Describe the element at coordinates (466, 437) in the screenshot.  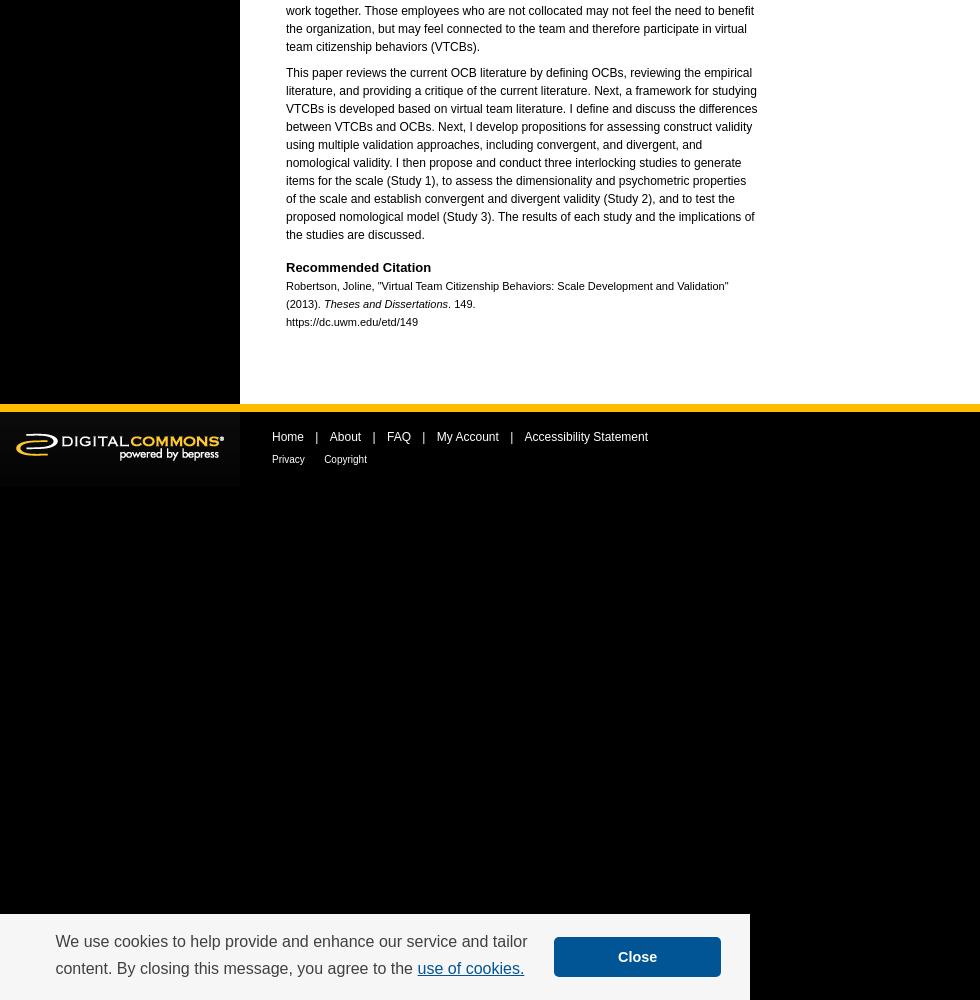
I see `'My Account'` at that location.